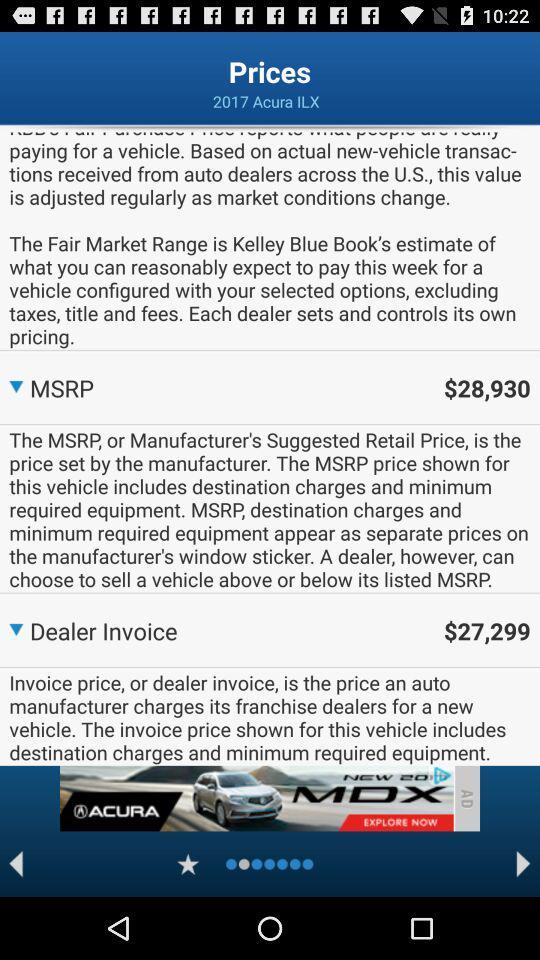 The image size is (540, 960). What do you see at coordinates (15, 924) in the screenshot?
I see `the arrow_backward icon` at bounding box center [15, 924].